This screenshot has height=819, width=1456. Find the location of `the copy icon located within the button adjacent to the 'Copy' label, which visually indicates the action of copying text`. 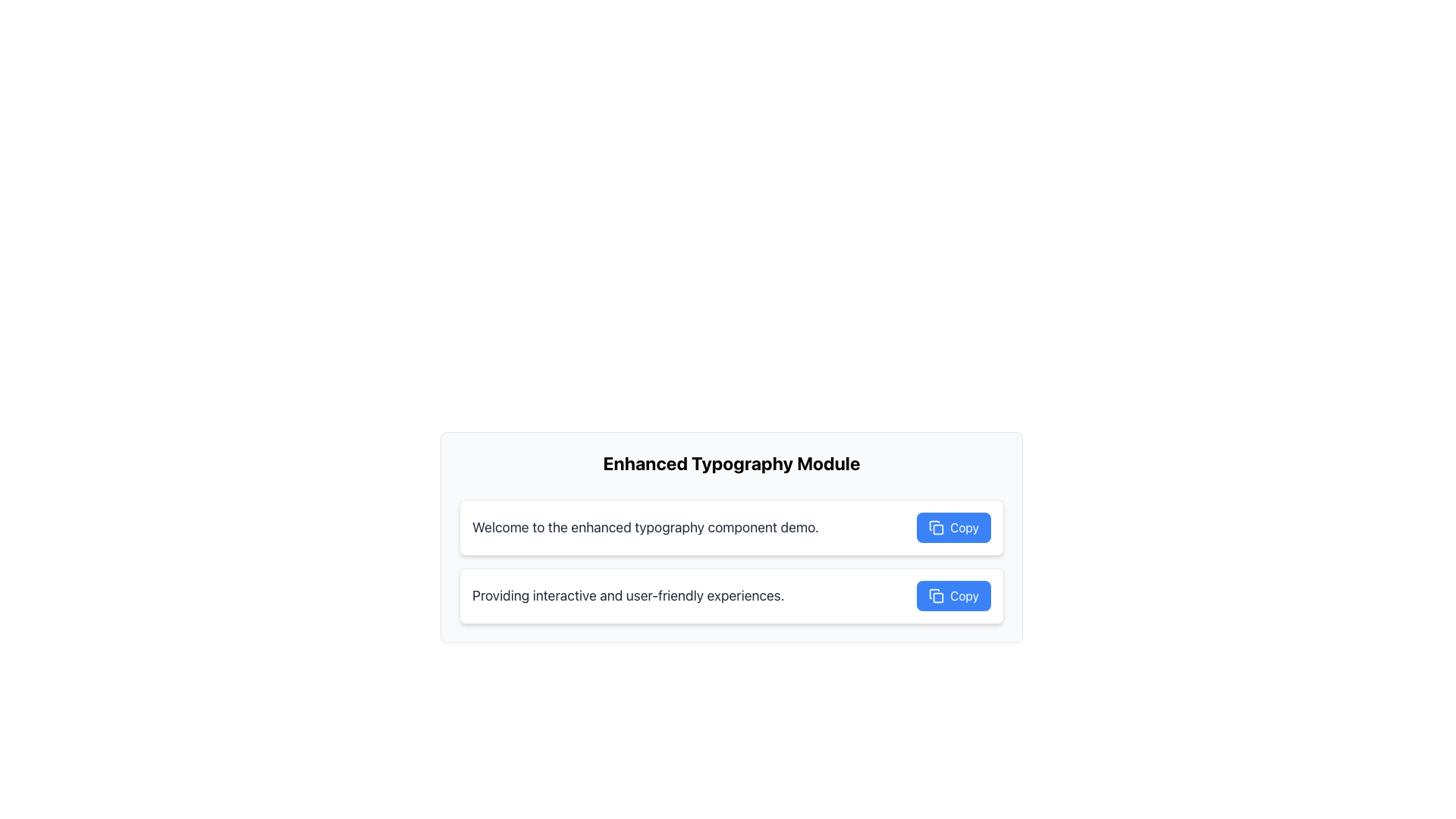

the copy icon located within the button adjacent to the 'Copy' label, which visually indicates the action of copying text is located at coordinates (936, 526).